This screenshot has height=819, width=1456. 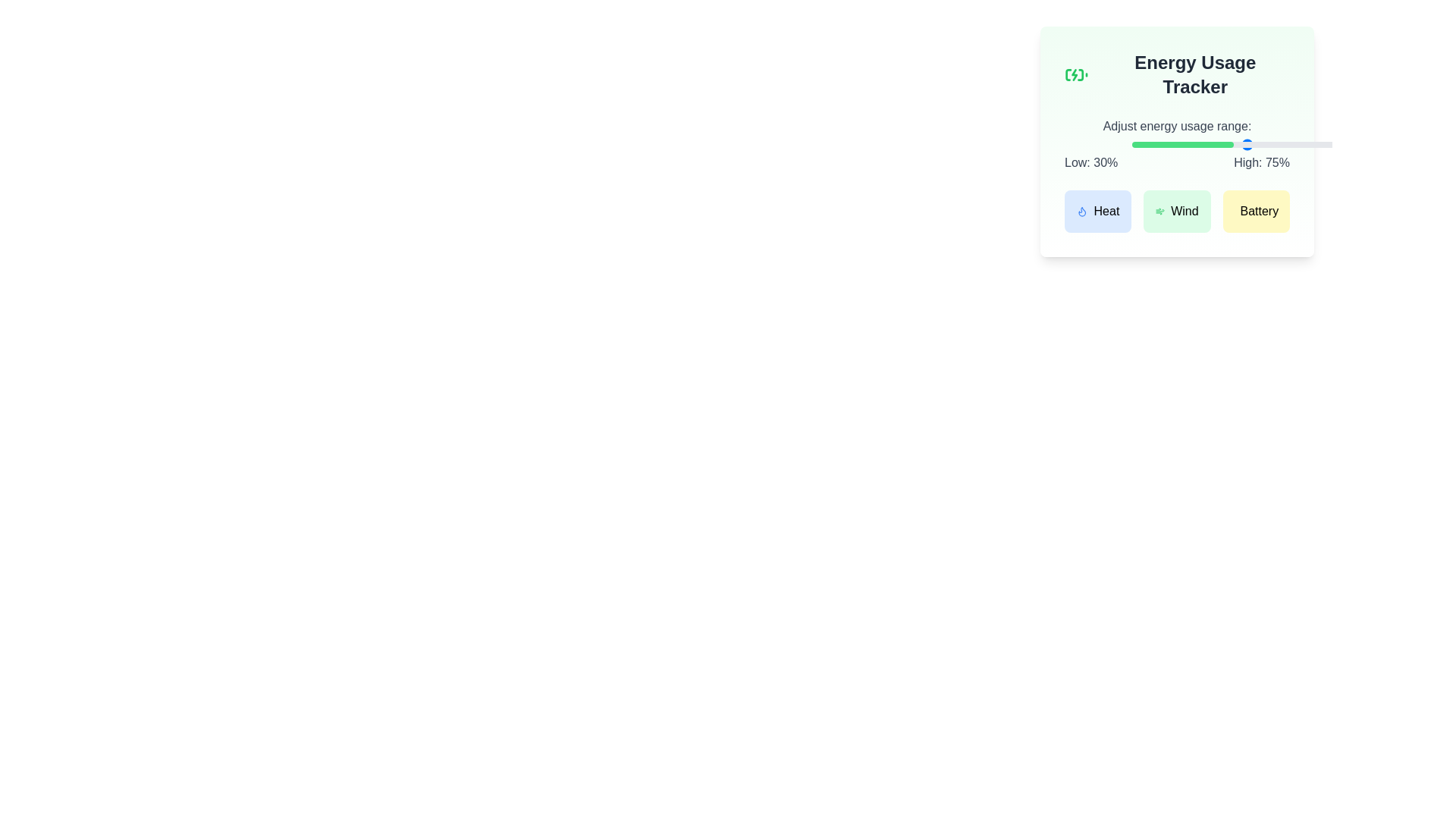 I want to click on the energy usage range, so click(x=1231, y=145).